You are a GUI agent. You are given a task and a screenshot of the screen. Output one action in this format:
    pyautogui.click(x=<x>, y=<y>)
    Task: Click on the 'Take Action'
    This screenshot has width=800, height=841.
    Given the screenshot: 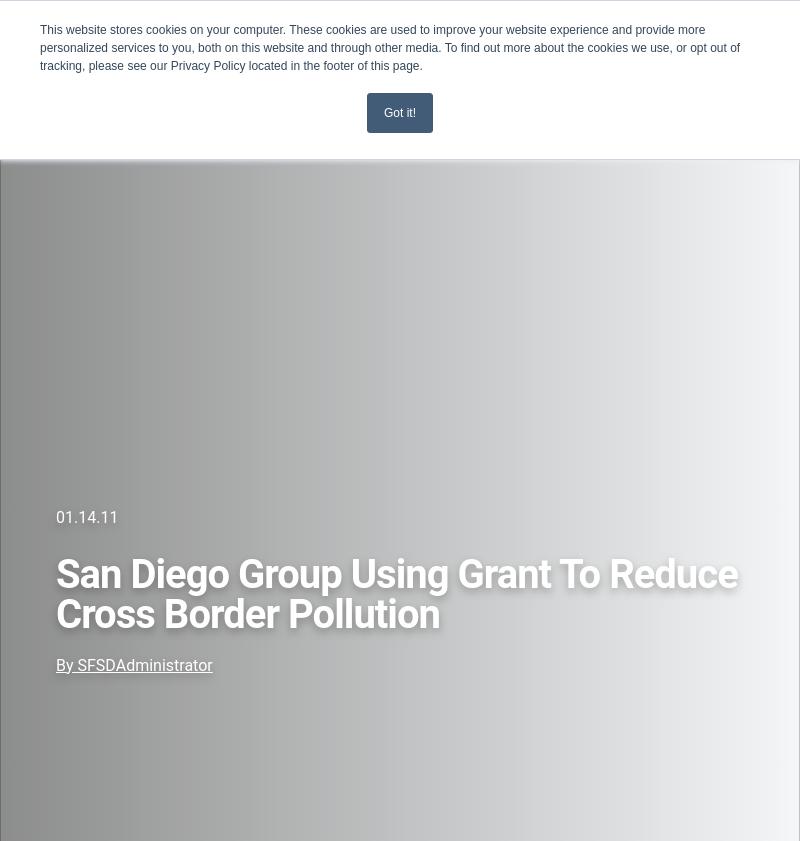 What is the action you would take?
    pyautogui.click(x=60, y=272)
    